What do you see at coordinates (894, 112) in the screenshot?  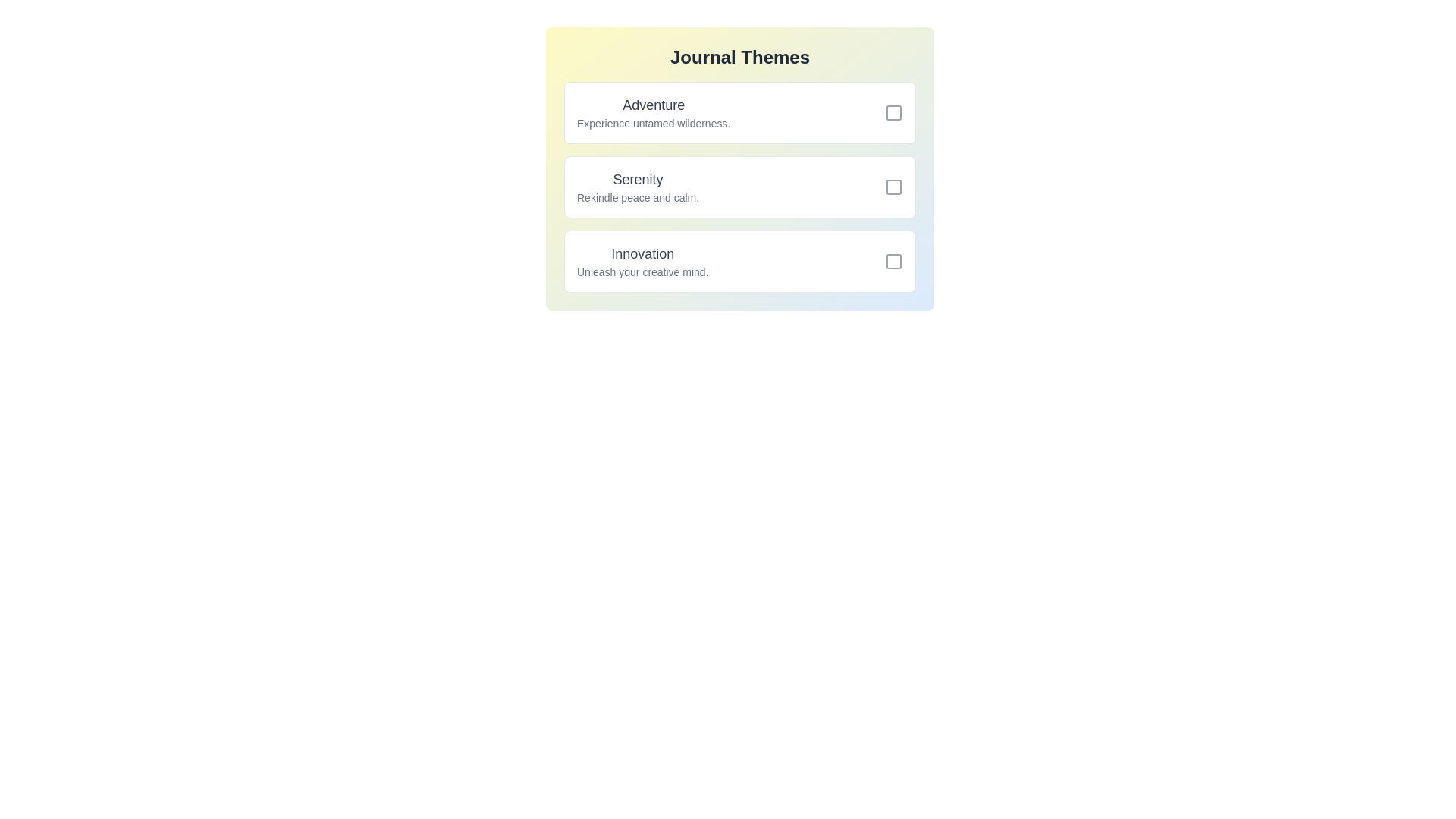 I see `the checkbox associated with the text 'Adventure' in the 'Journal Themes' section` at bounding box center [894, 112].